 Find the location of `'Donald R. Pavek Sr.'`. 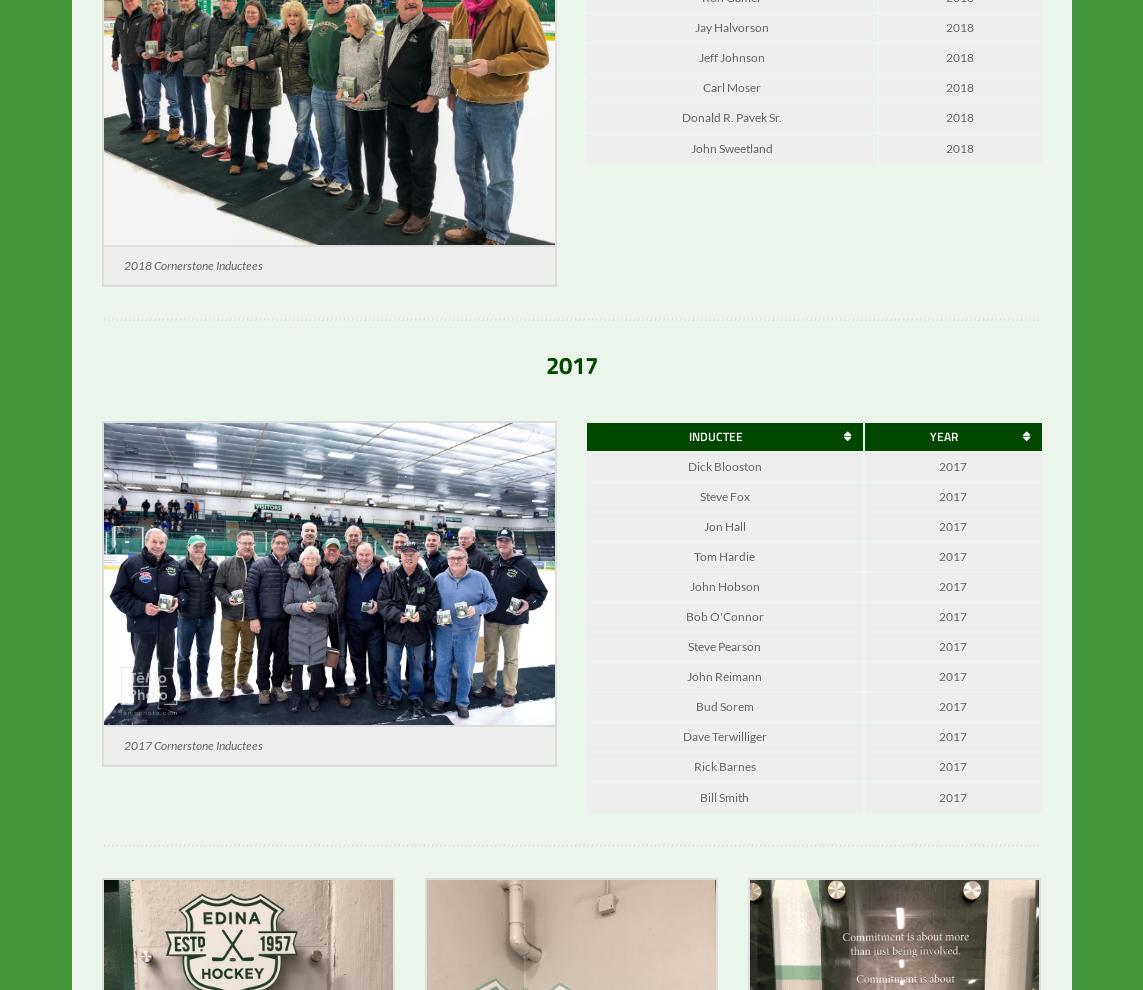

'Donald R. Pavek Sr.' is located at coordinates (730, 129).